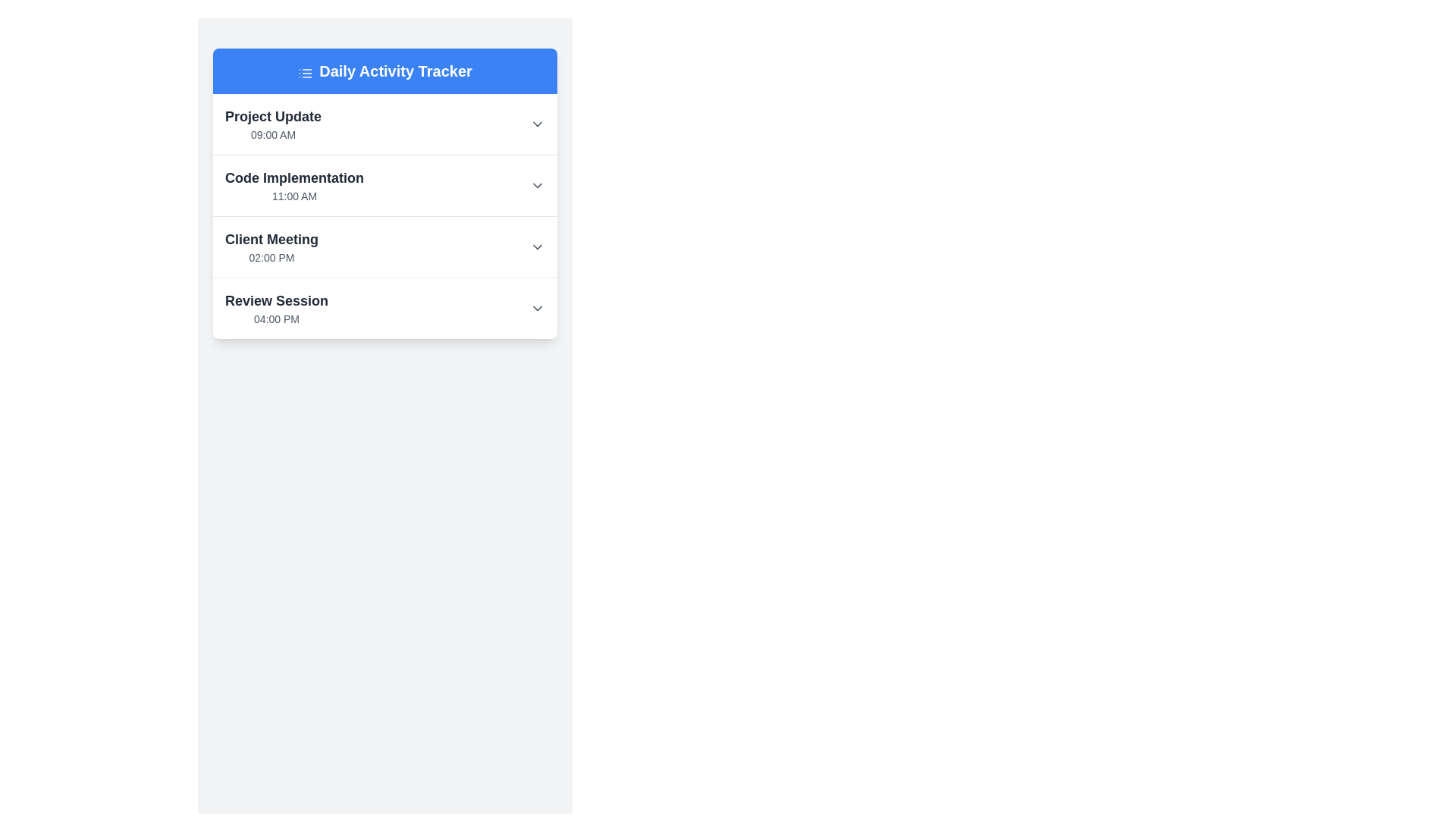 The image size is (1456, 819). What do you see at coordinates (273, 133) in the screenshot?
I see `the Text label displaying the time, which is styled in light gray and positioned below the 'Project Update' title in the first card of the list` at bounding box center [273, 133].